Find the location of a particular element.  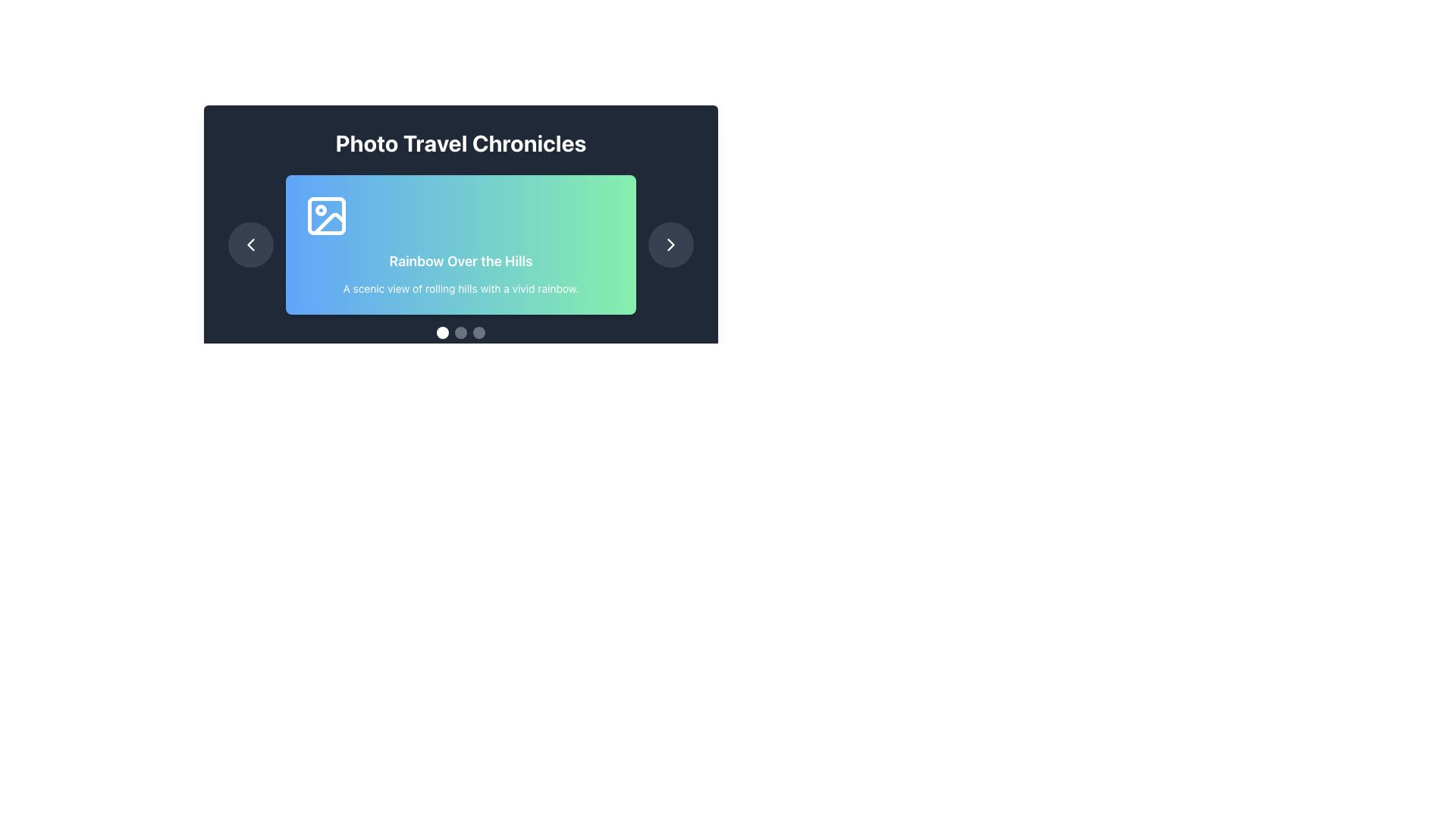

text header 'Rainbow Over the Hills' which is styled in bold and large font, colored white, and positioned centrally in the card layout is located at coordinates (460, 260).